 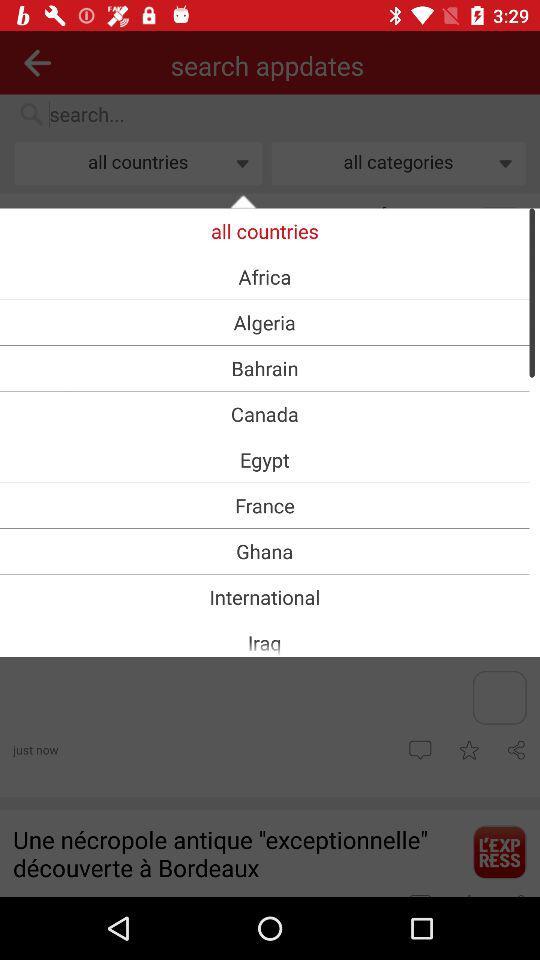 I want to click on the icon above the france item, so click(x=264, y=459).